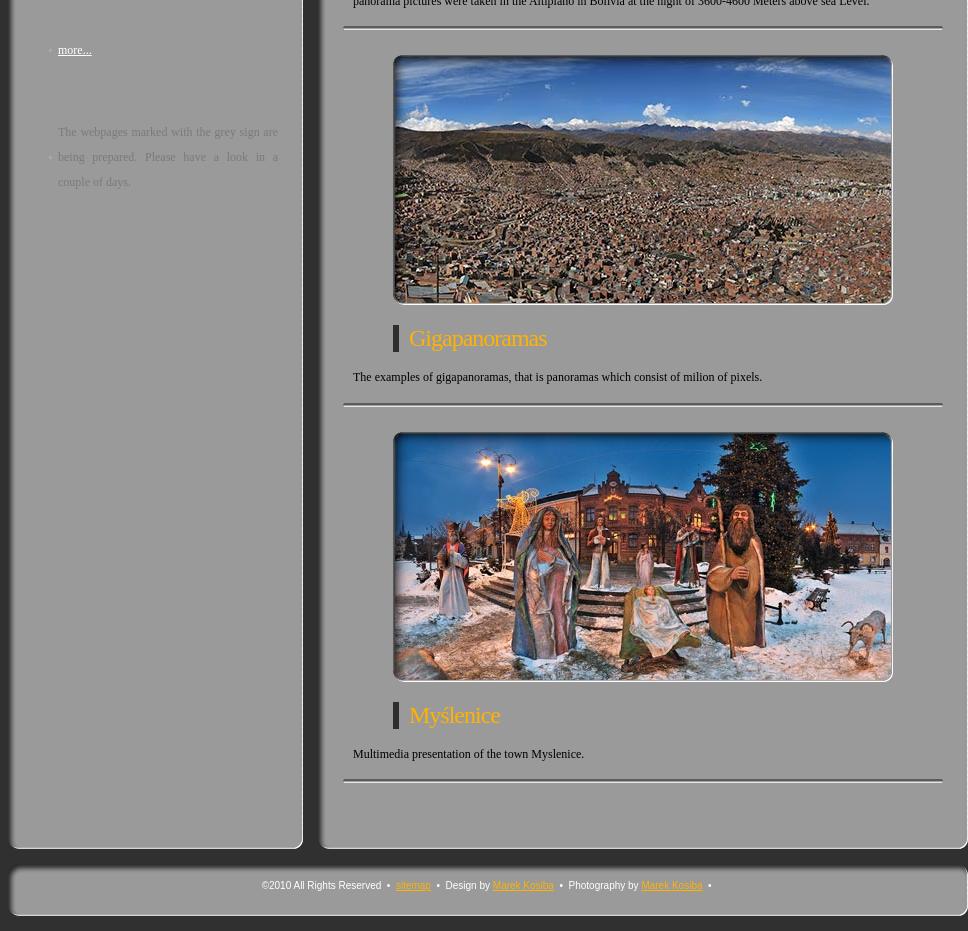  What do you see at coordinates (467, 752) in the screenshot?
I see `'Multimedia presentation of the town Myslenice.'` at bounding box center [467, 752].